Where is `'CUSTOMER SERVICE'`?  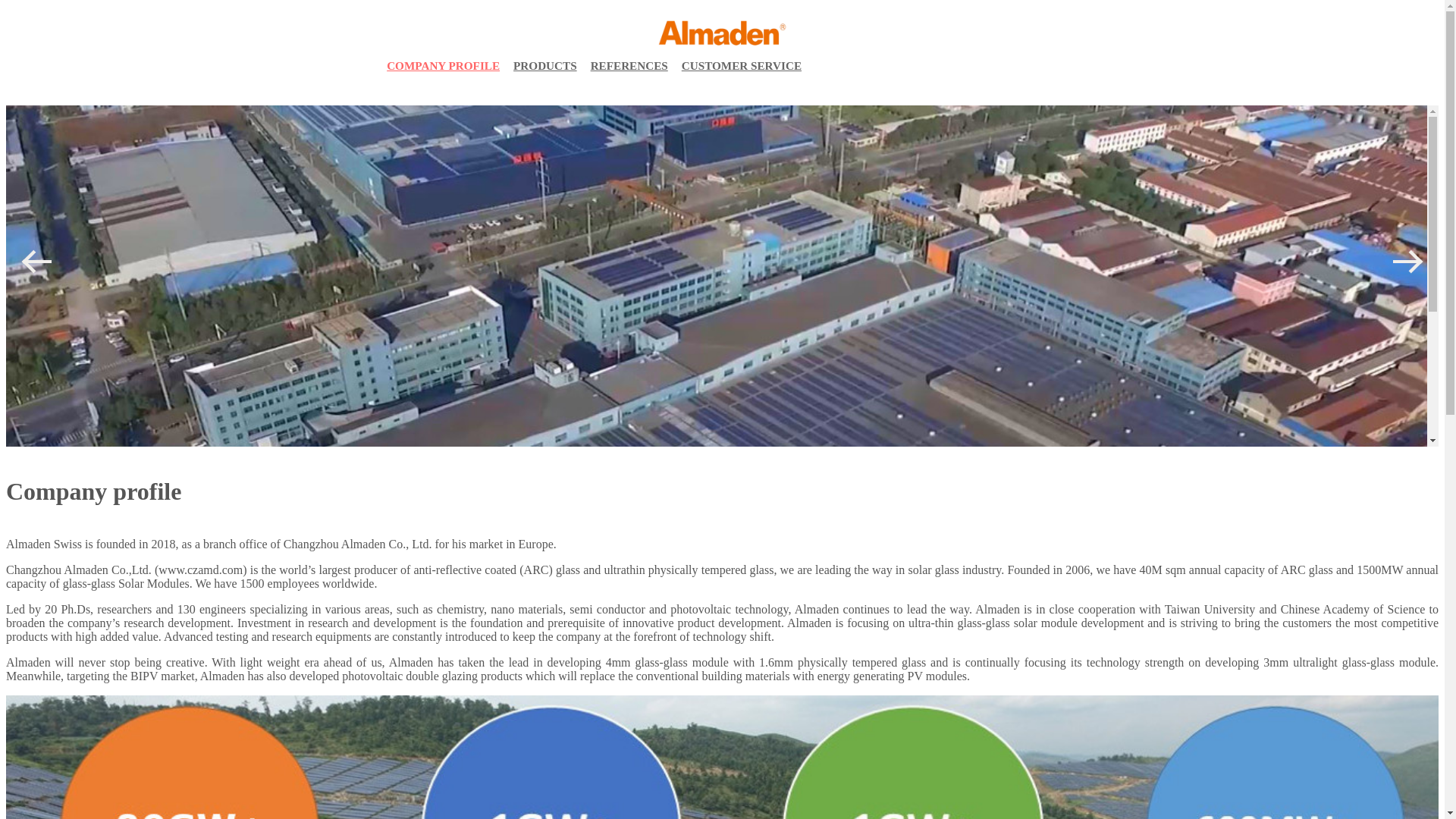
'CUSTOMER SERVICE' is located at coordinates (742, 65).